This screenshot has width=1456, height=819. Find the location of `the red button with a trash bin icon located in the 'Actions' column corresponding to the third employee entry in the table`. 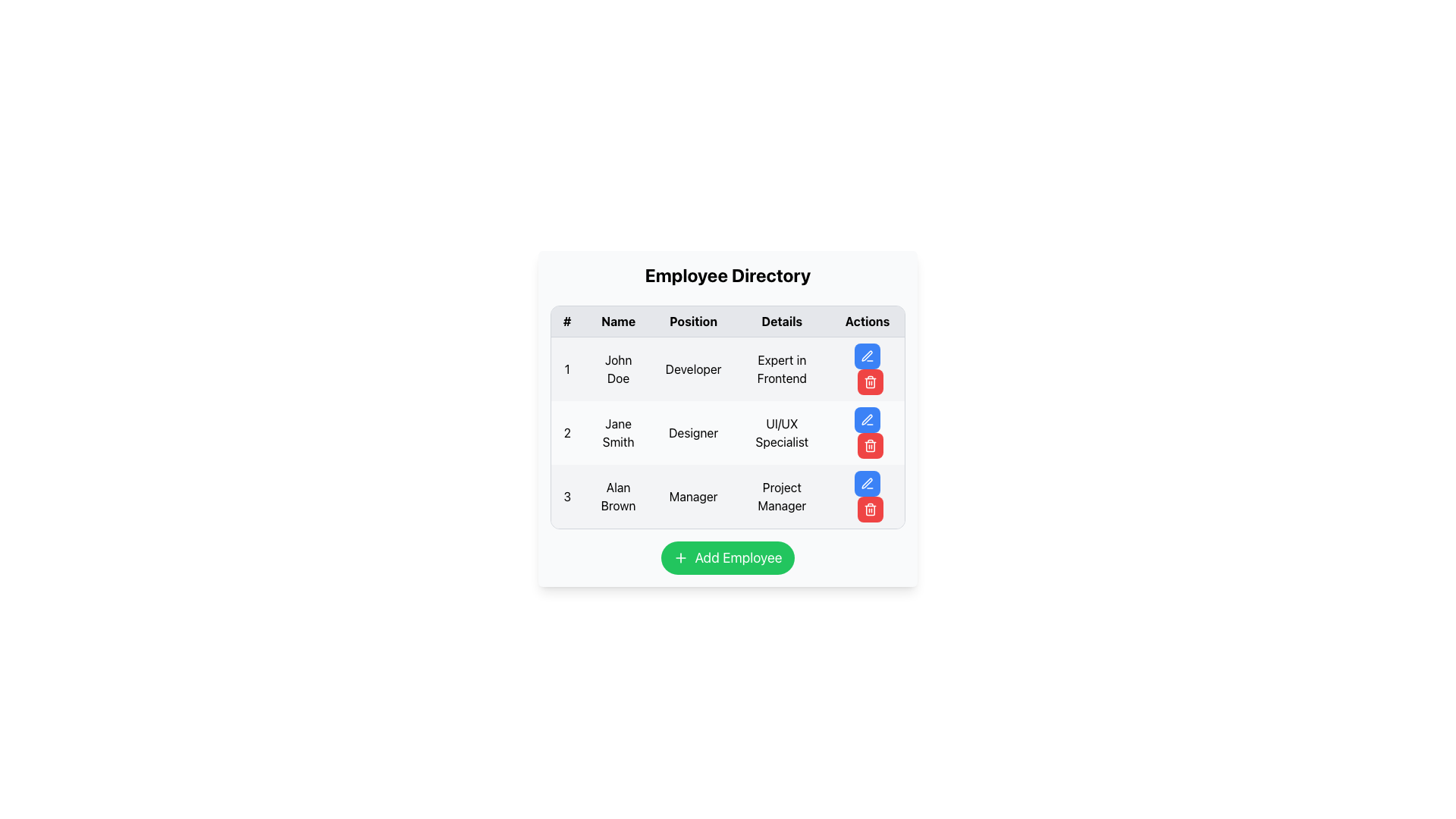

the red button with a trash bin icon located in the 'Actions' column corresponding to the third employee entry in the table is located at coordinates (871, 509).